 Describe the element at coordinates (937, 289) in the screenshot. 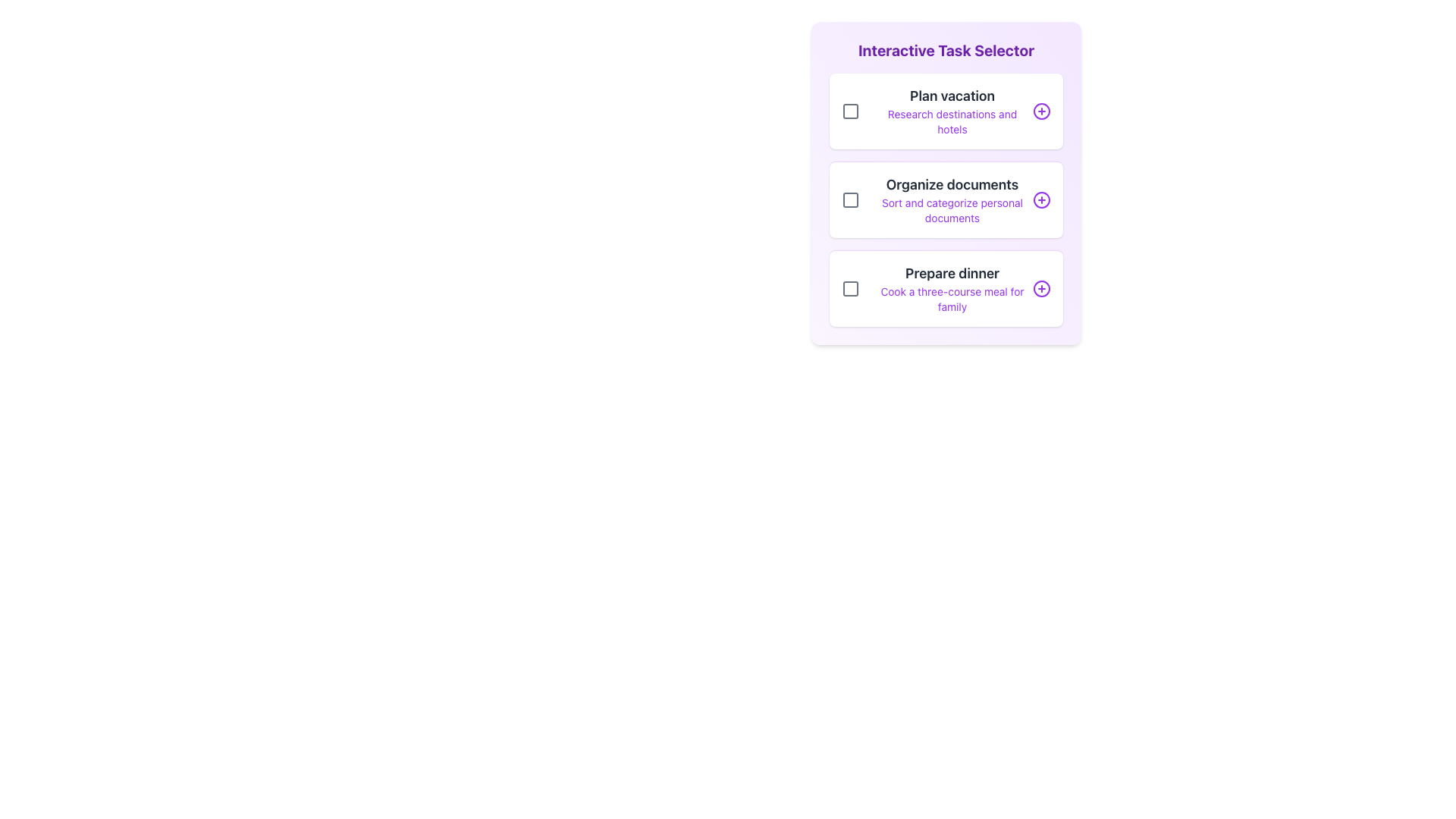

I see `the List Item with Checkbox that has the title 'Prepare dinner' and the description 'Cook a three-course meal for family'` at that location.